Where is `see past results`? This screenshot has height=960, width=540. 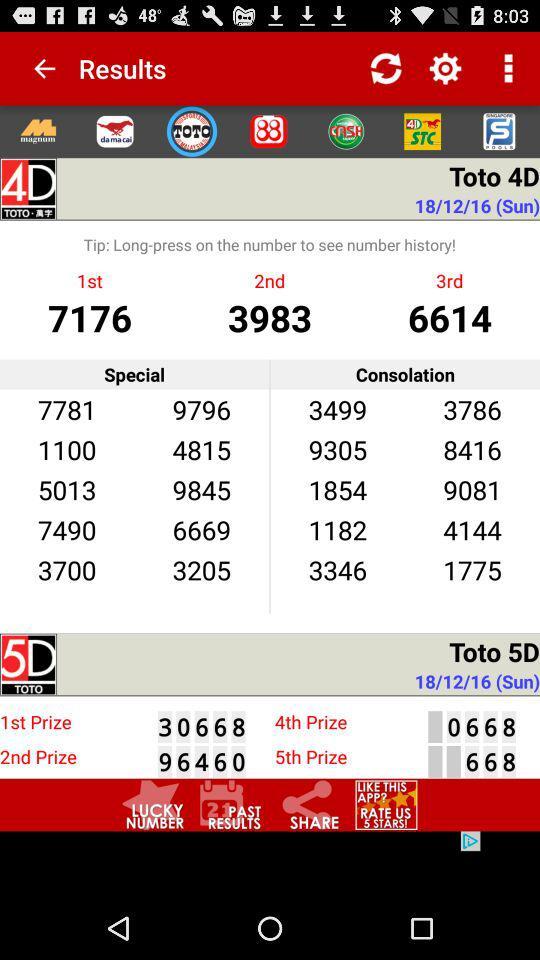 see past results is located at coordinates (230, 805).